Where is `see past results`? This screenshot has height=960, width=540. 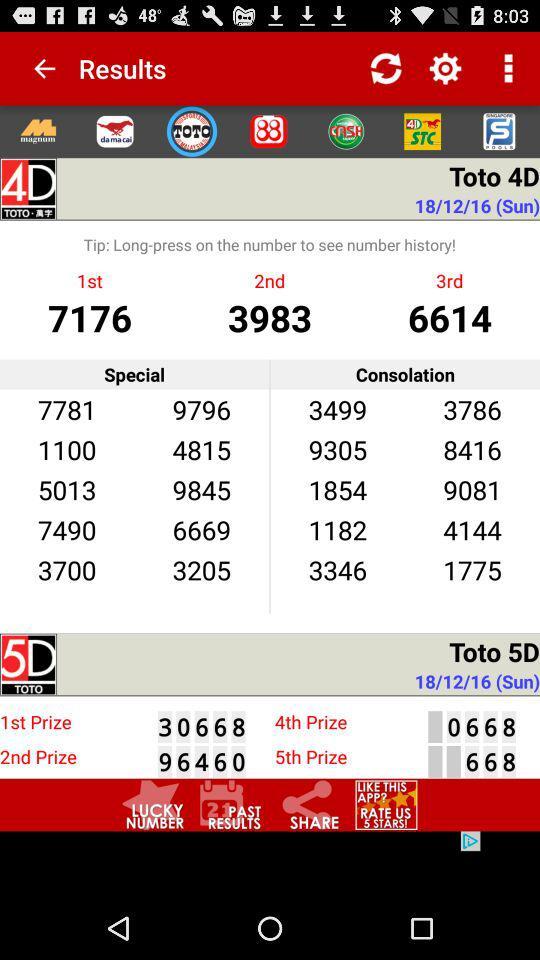 see past results is located at coordinates (230, 805).